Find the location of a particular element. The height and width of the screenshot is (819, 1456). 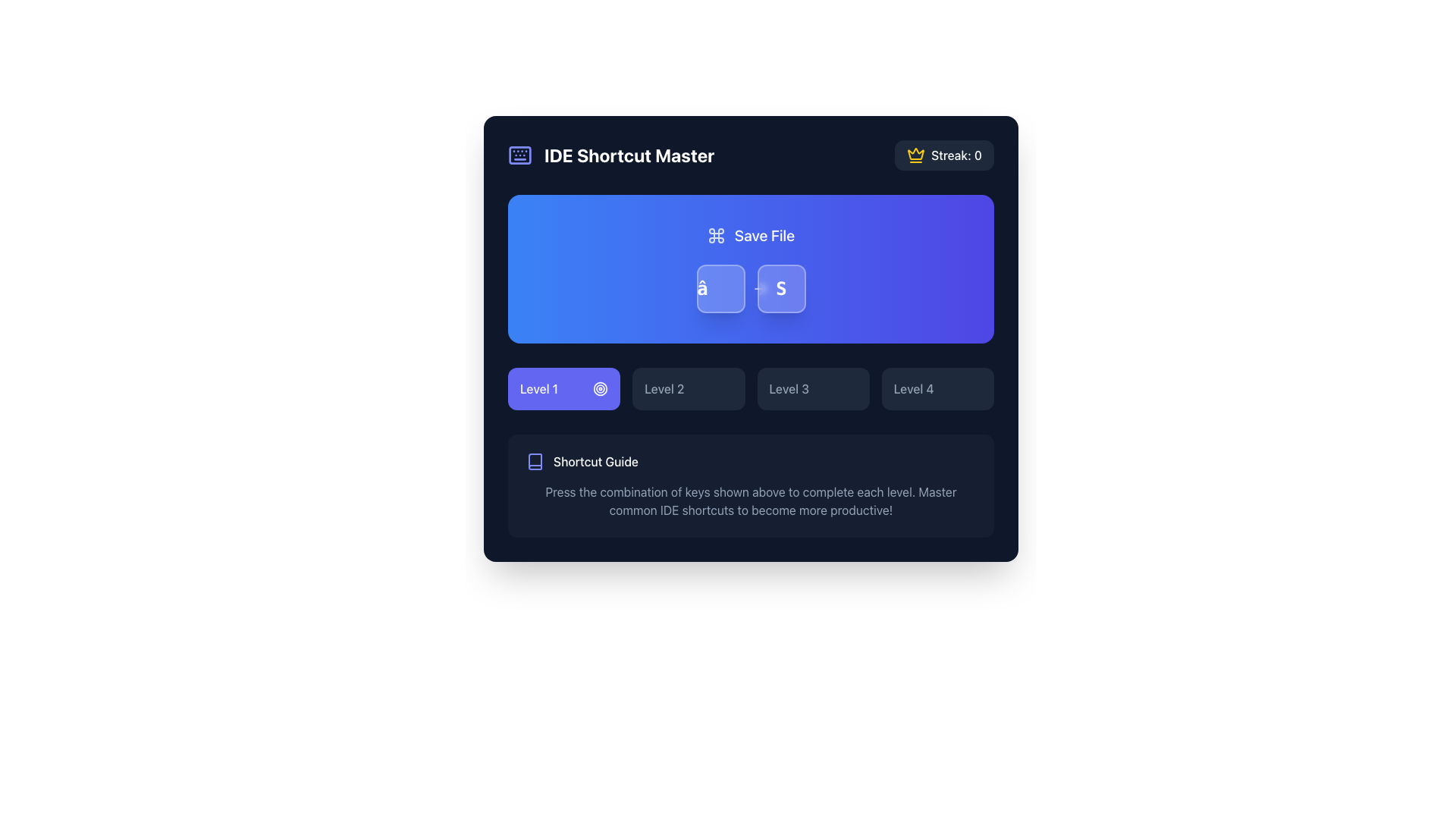

the text display showing the user's current streak count, located at the top-right corner next to the 'IDE Shortcut Master' heading is located at coordinates (943, 155).